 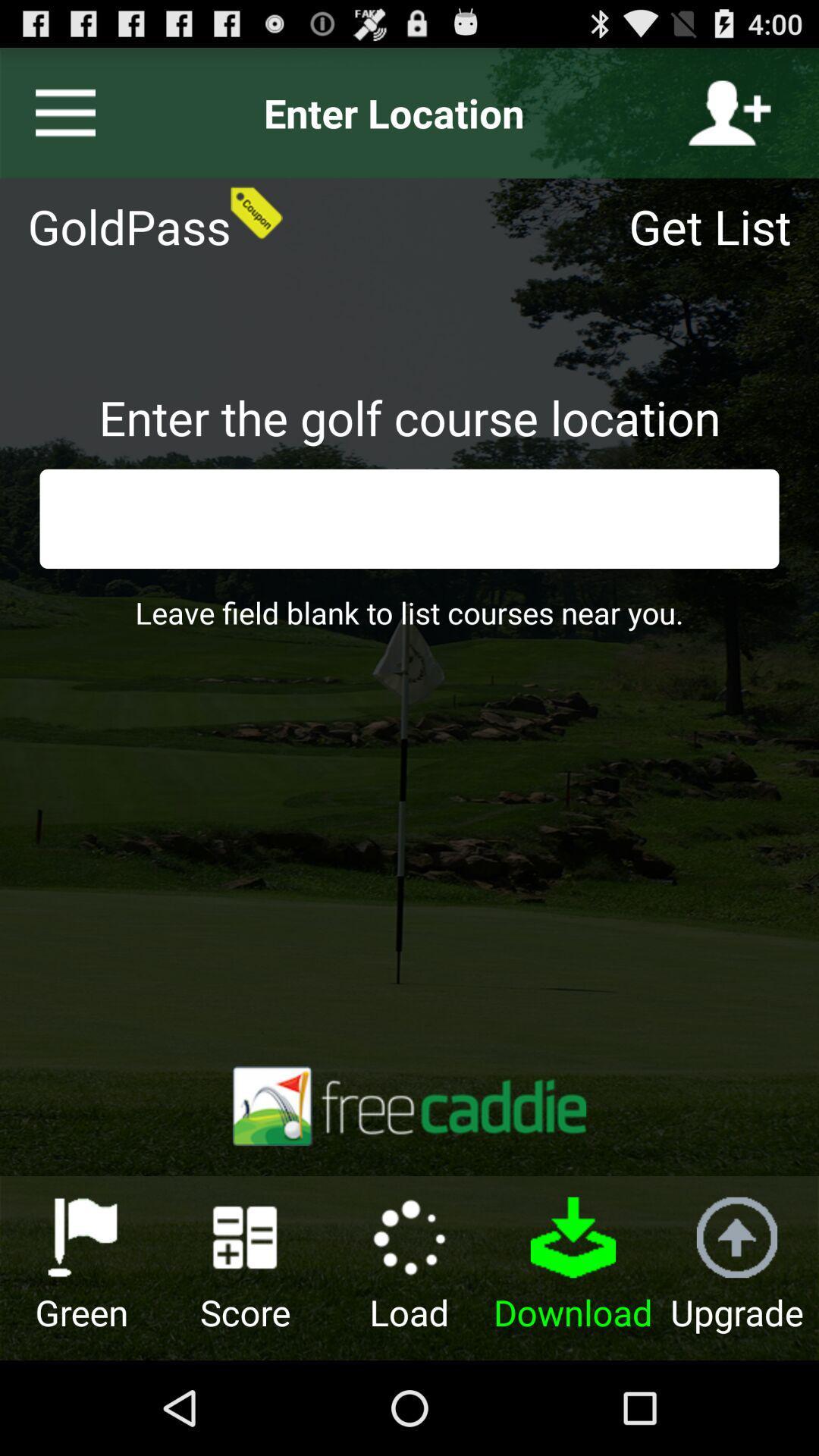 What do you see at coordinates (719, 225) in the screenshot?
I see `the get list` at bounding box center [719, 225].